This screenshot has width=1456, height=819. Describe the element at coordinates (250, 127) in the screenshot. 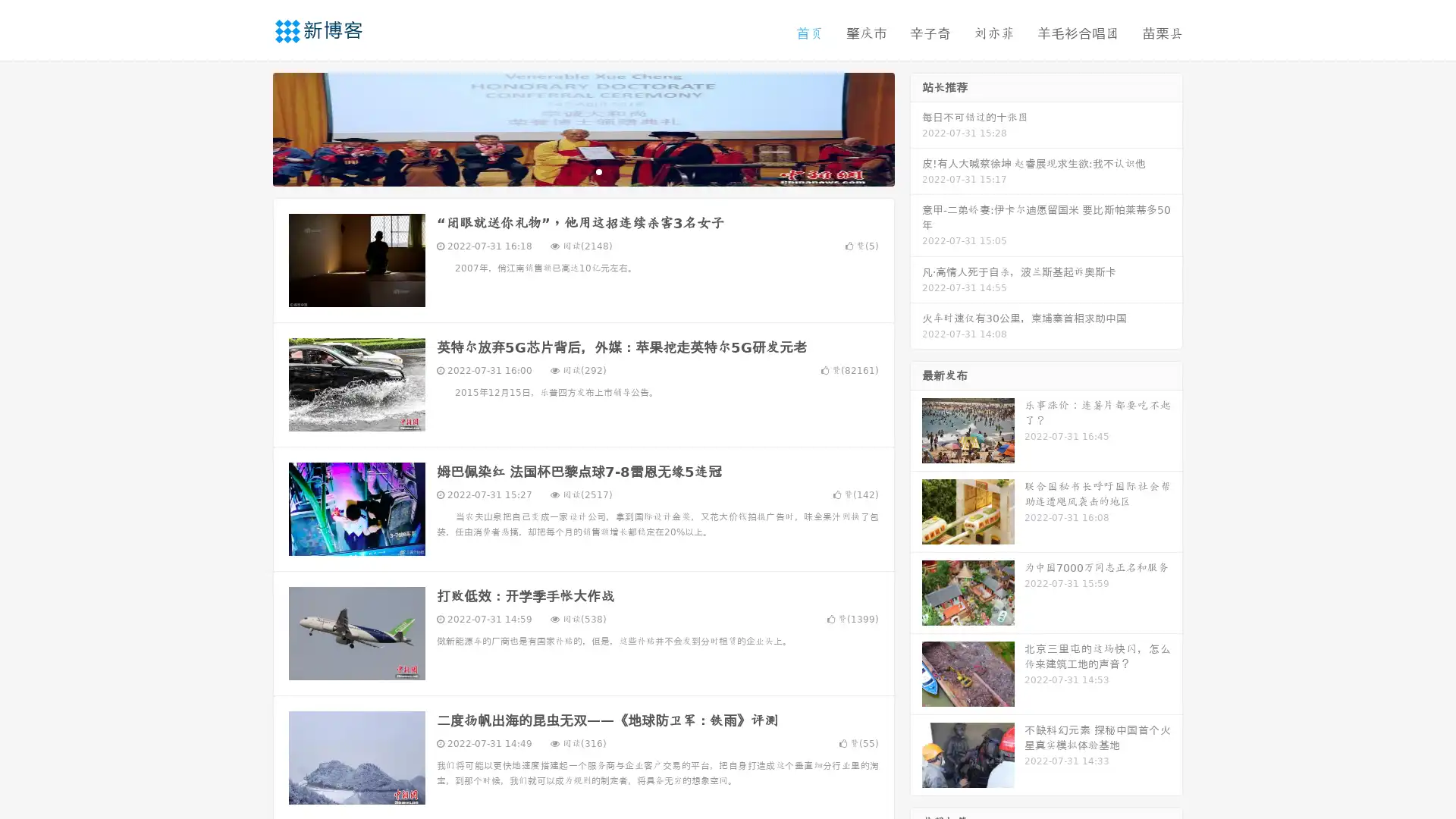

I see `Previous slide` at that location.